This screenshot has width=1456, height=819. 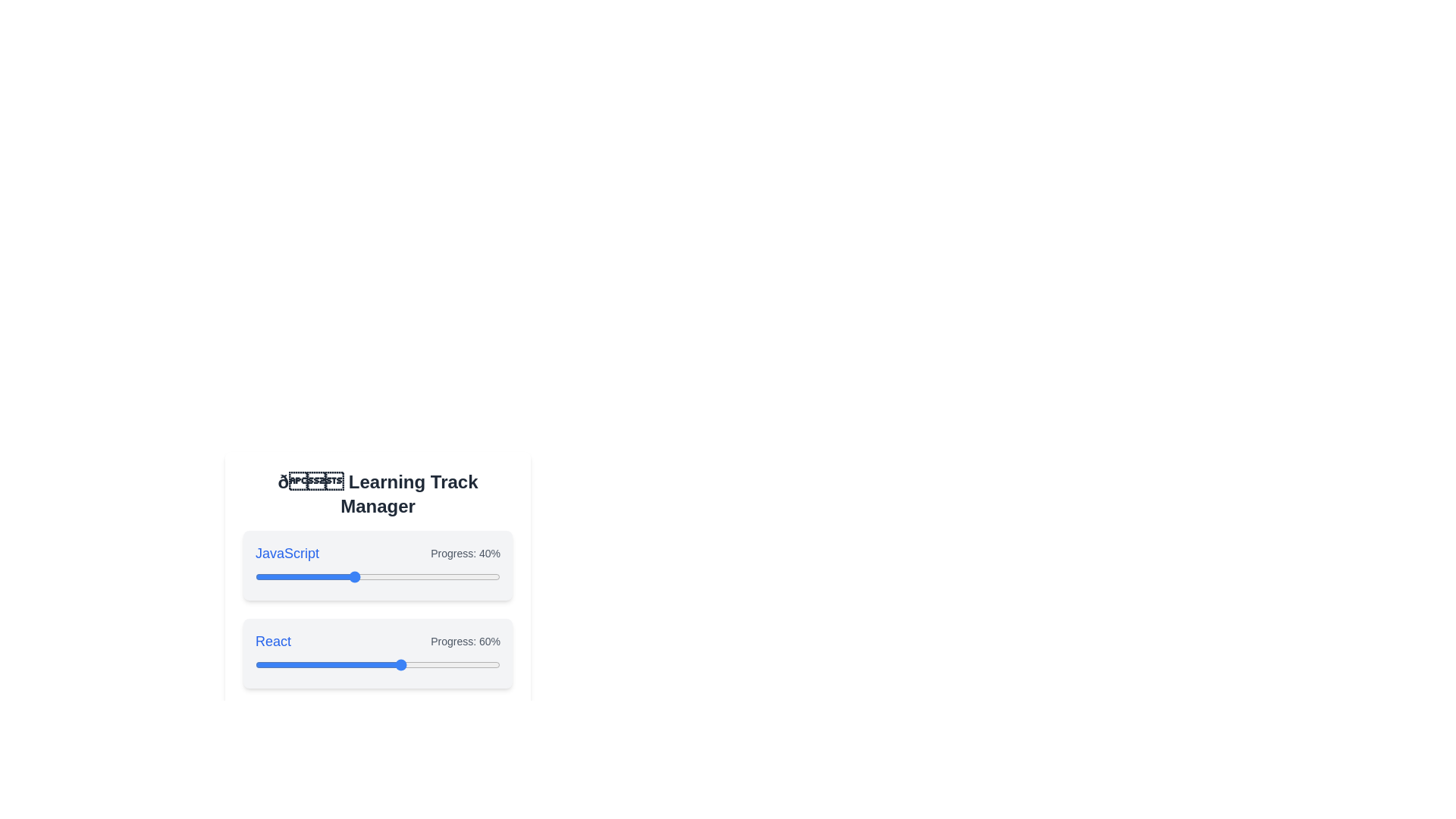 What do you see at coordinates (378, 752) in the screenshot?
I see `the horizontal range slider to set the value, currently at 20, by adjusting its position` at bounding box center [378, 752].